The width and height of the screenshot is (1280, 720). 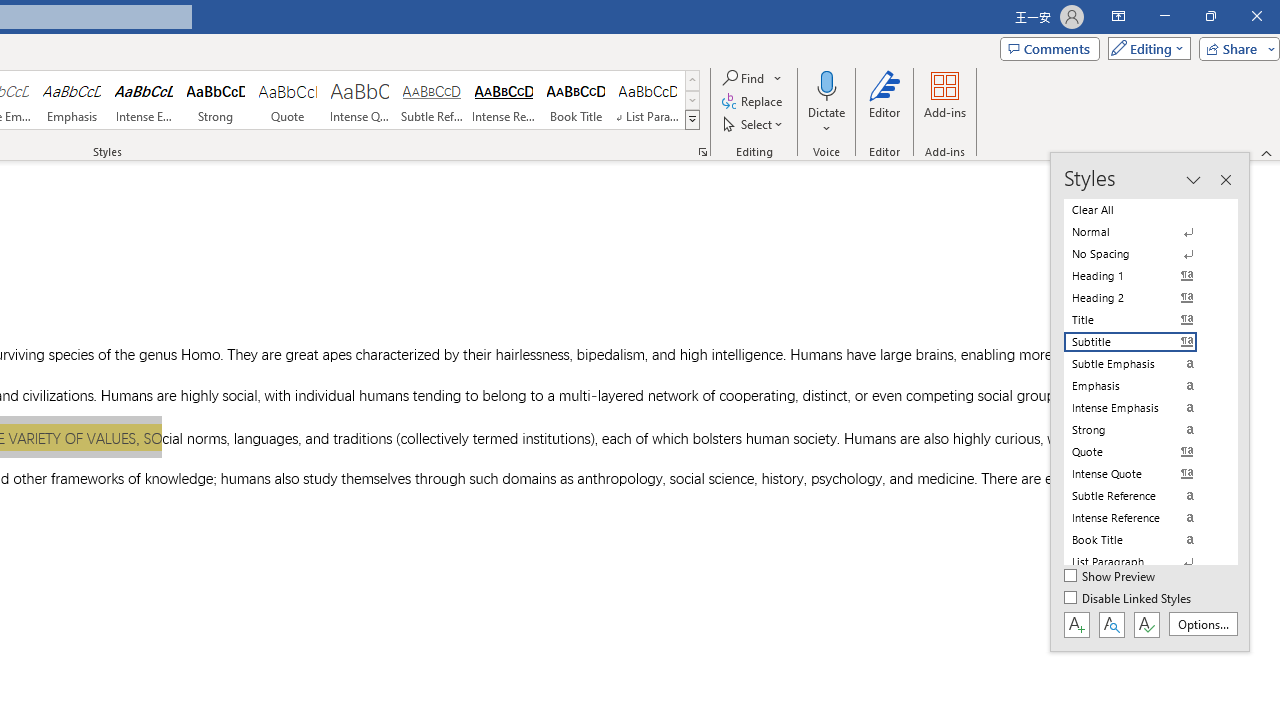 I want to click on 'Row up', so click(x=692, y=79).